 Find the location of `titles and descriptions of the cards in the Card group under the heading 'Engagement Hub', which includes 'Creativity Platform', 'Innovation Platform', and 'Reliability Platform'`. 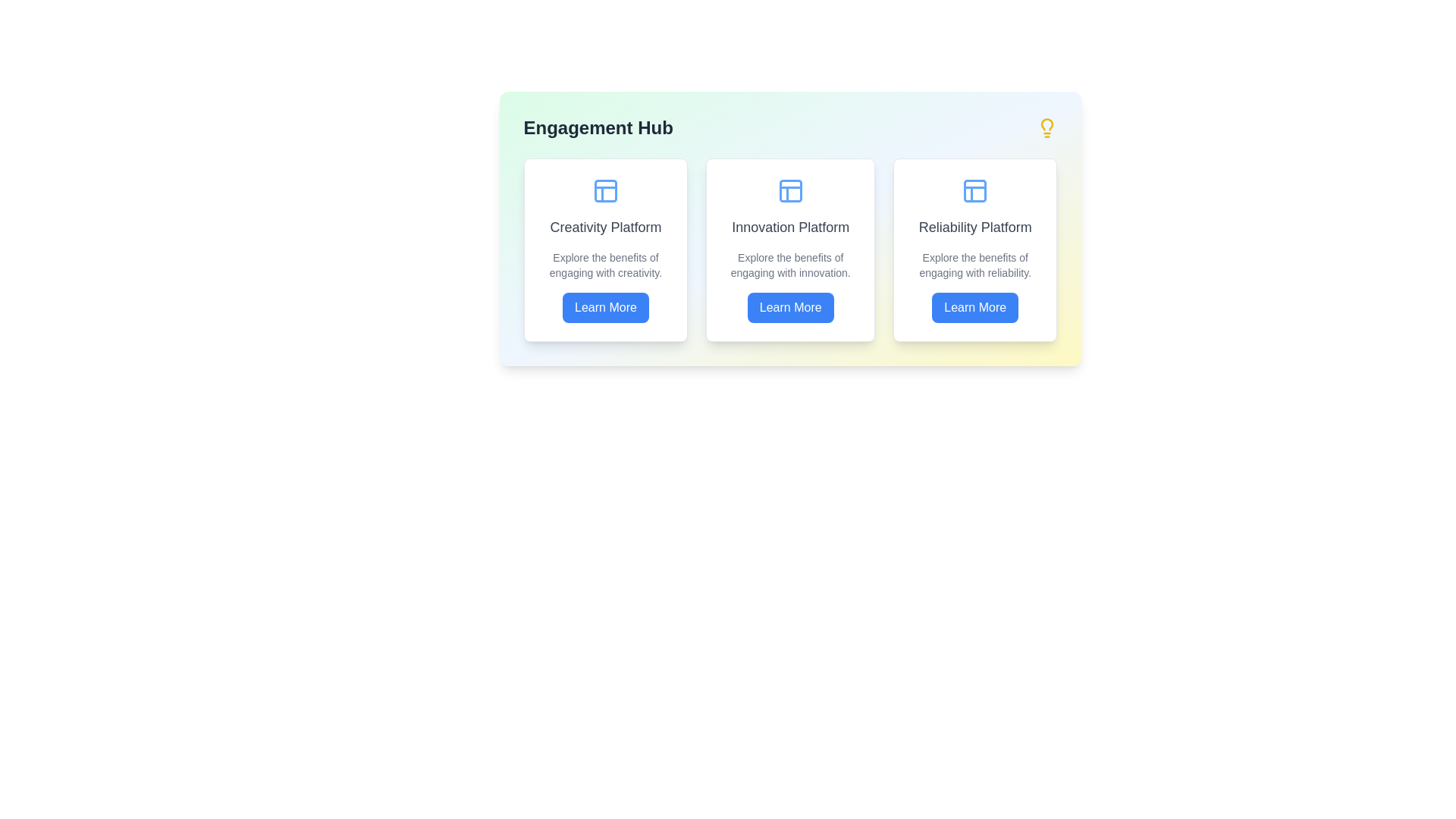

titles and descriptions of the cards in the Card group under the heading 'Engagement Hub', which includes 'Creativity Platform', 'Innovation Platform', and 'Reliability Platform' is located at coordinates (789, 228).